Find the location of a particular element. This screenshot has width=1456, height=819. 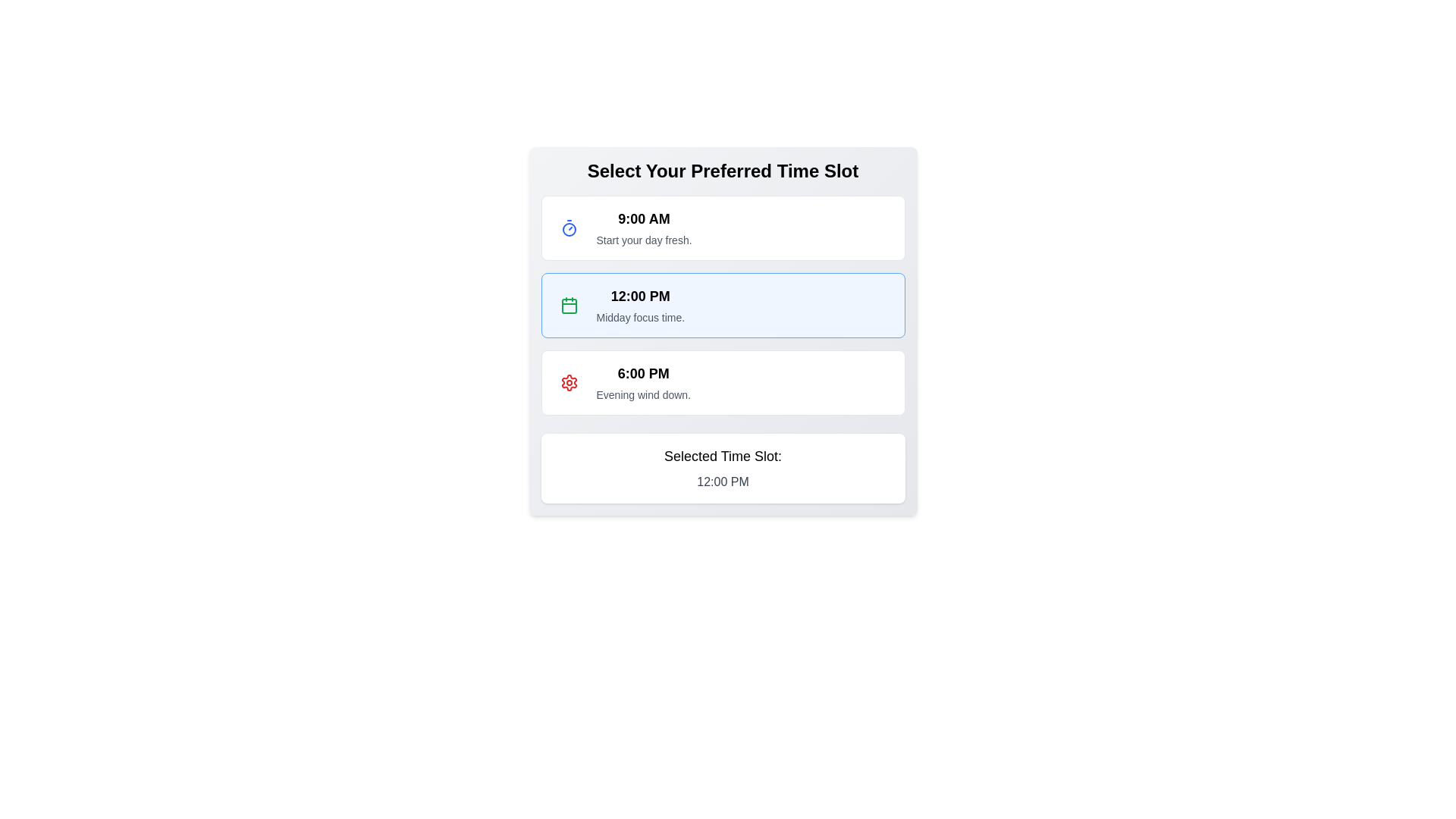

the selectable time slot option text block located at the topmost section above '12:00 PM' and '6:00 PM' is located at coordinates (644, 227).